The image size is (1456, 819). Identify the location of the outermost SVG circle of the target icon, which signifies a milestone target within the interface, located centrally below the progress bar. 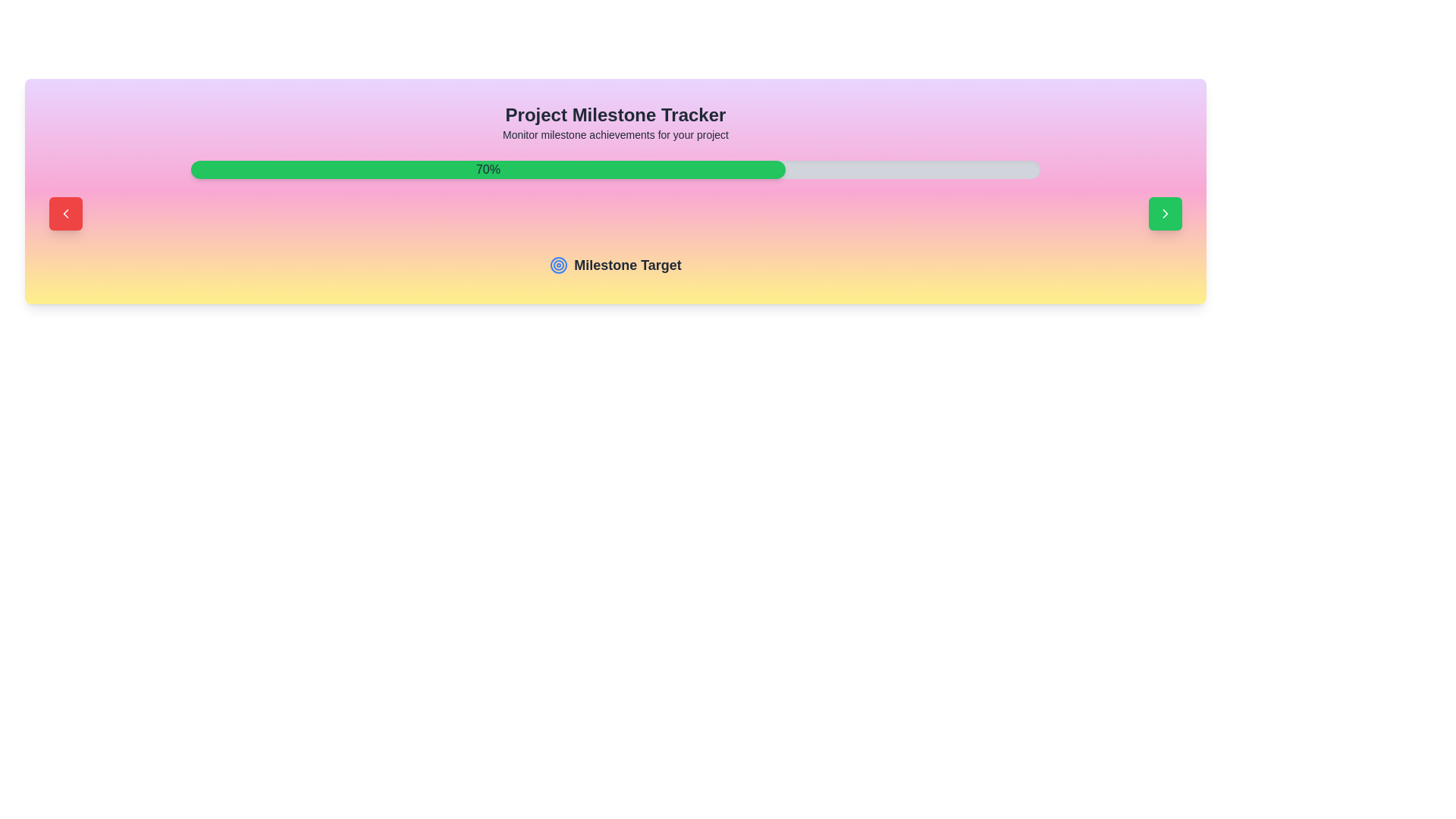
(558, 265).